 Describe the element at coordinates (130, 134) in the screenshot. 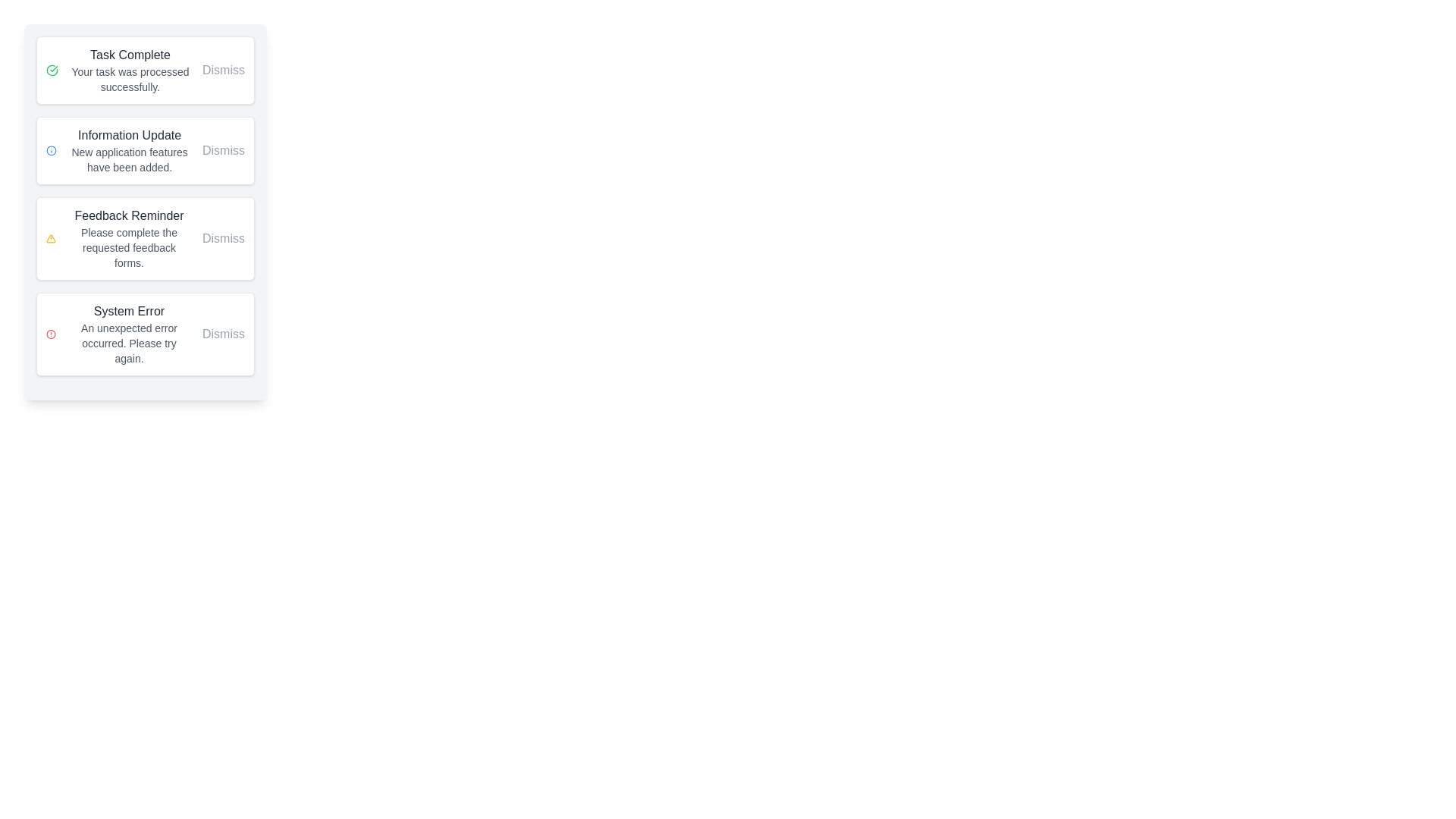

I see `'Information Update' text label, which is styled with a medium font weight and gray color, located above the 'New application features have been added.' text in the notification list` at that location.